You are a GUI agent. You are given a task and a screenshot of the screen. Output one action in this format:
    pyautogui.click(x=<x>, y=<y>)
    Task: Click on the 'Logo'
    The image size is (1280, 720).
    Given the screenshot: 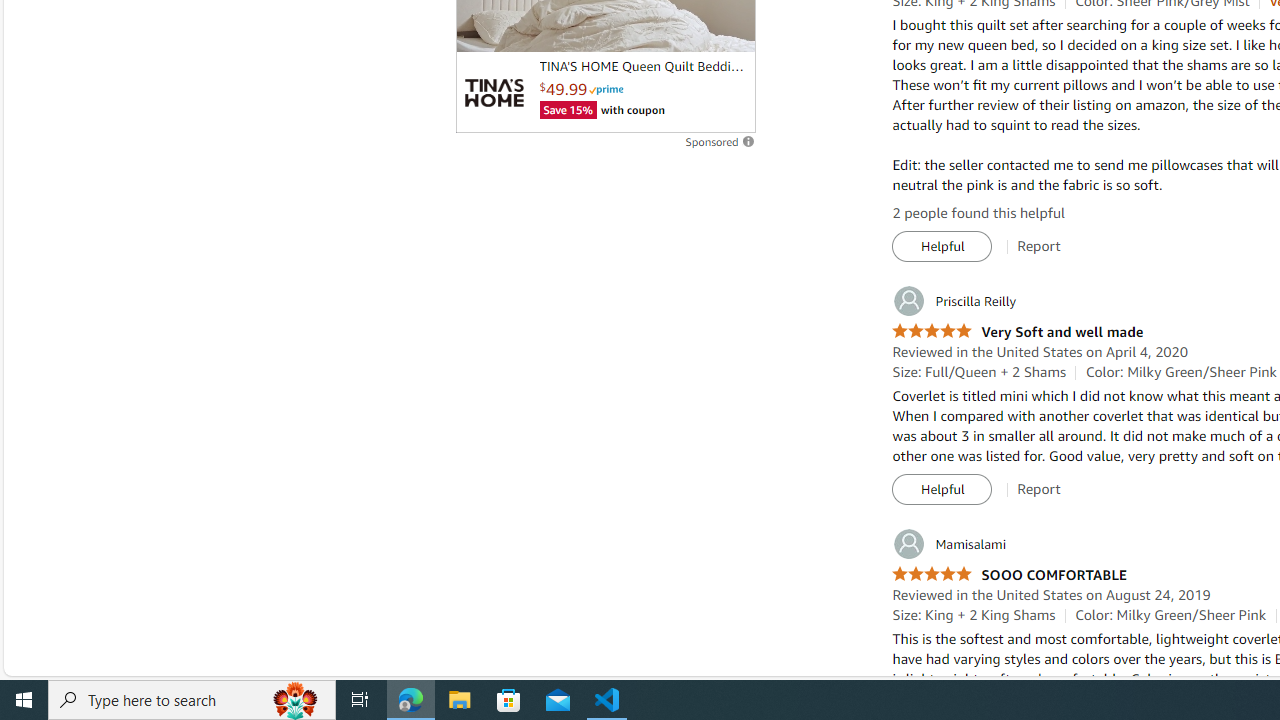 What is the action you would take?
    pyautogui.click(x=493, y=92)
    